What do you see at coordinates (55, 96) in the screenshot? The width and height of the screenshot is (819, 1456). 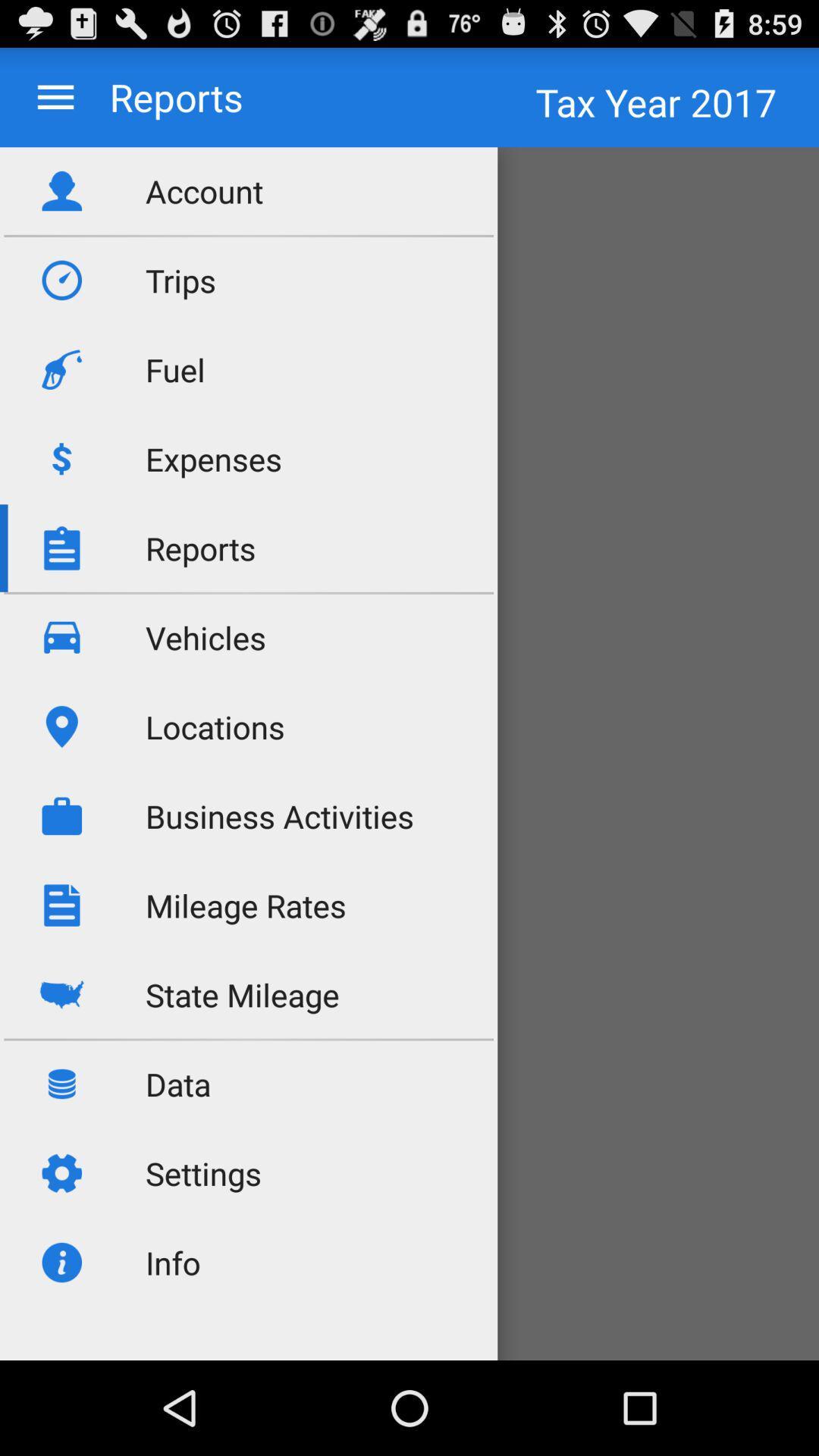 I see `show menu` at bounding box center [55, 96].